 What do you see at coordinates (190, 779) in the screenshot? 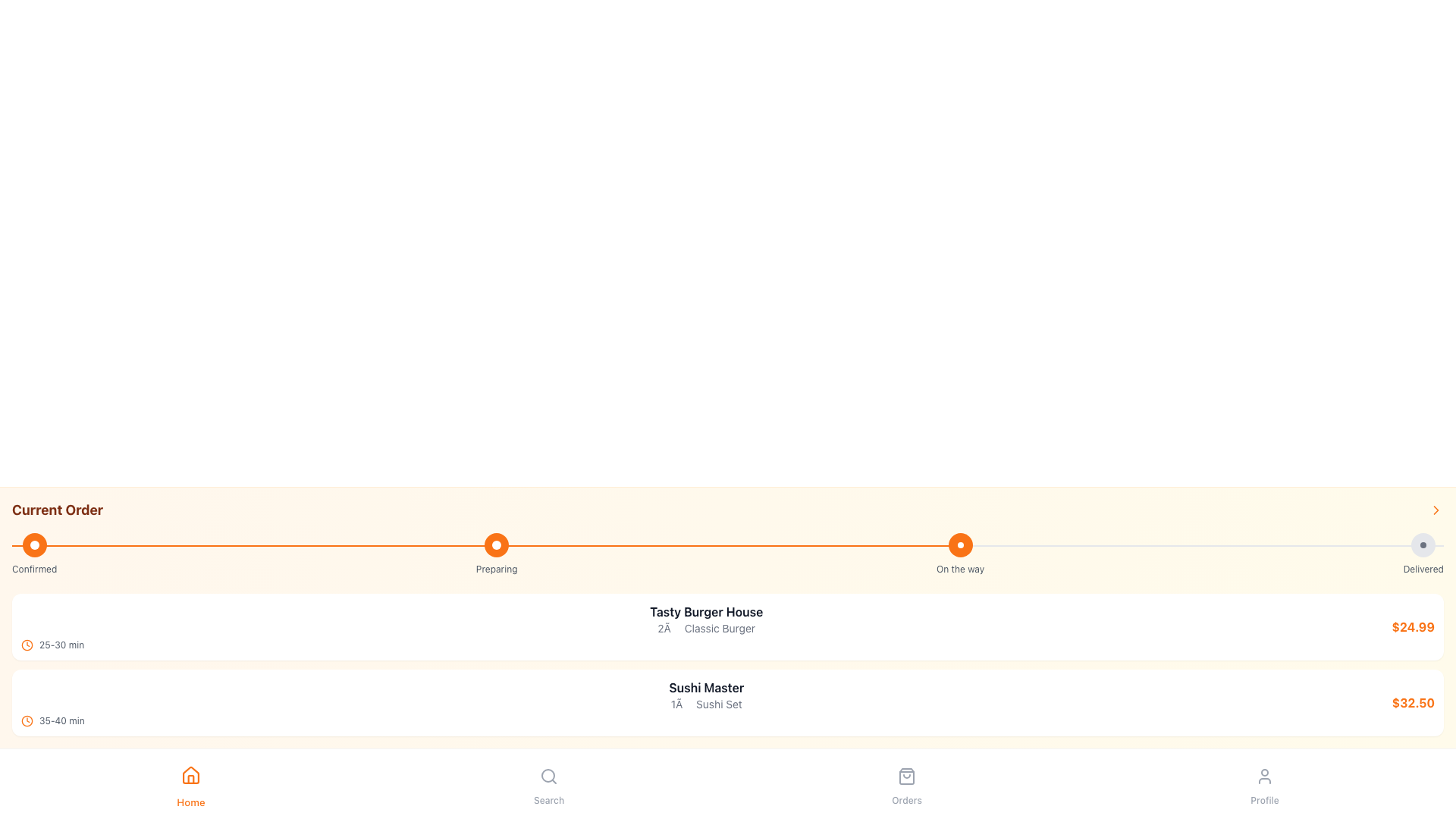
I see `the vertical line element within the house icon in the navigation bar at the bottom of the interface` at bounding box center [190, 779].